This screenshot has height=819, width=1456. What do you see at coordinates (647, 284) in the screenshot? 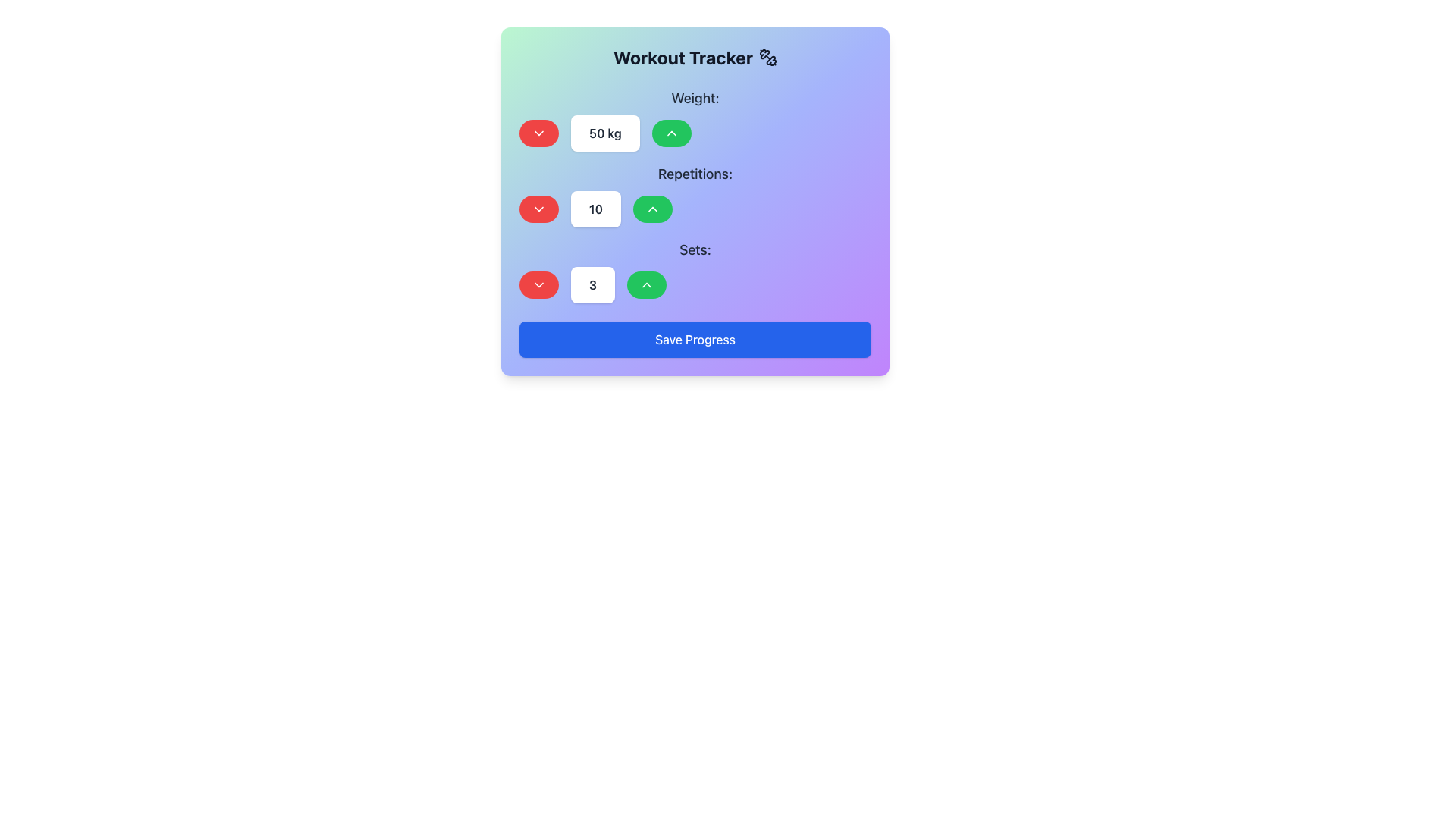
I see `the green upward arrow button next to the 'Sets' input field to increment its value` at bounding box center [647, 284].